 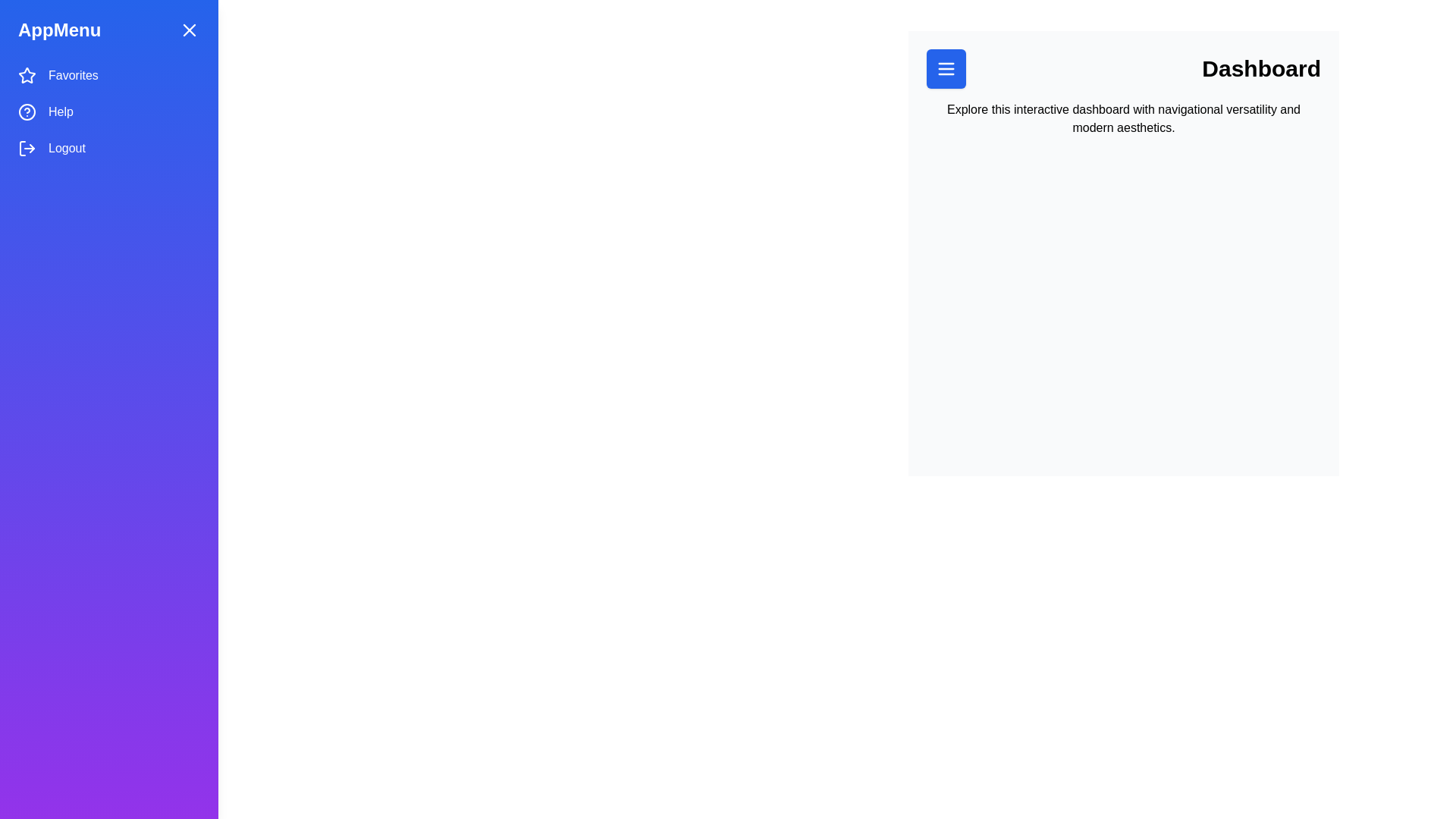 I want to click on textual label for the help features located in the AppMenu, positioned below 'Favorites' and above 'Logout', to gain context about its functionality, so click(x=61, y=111).